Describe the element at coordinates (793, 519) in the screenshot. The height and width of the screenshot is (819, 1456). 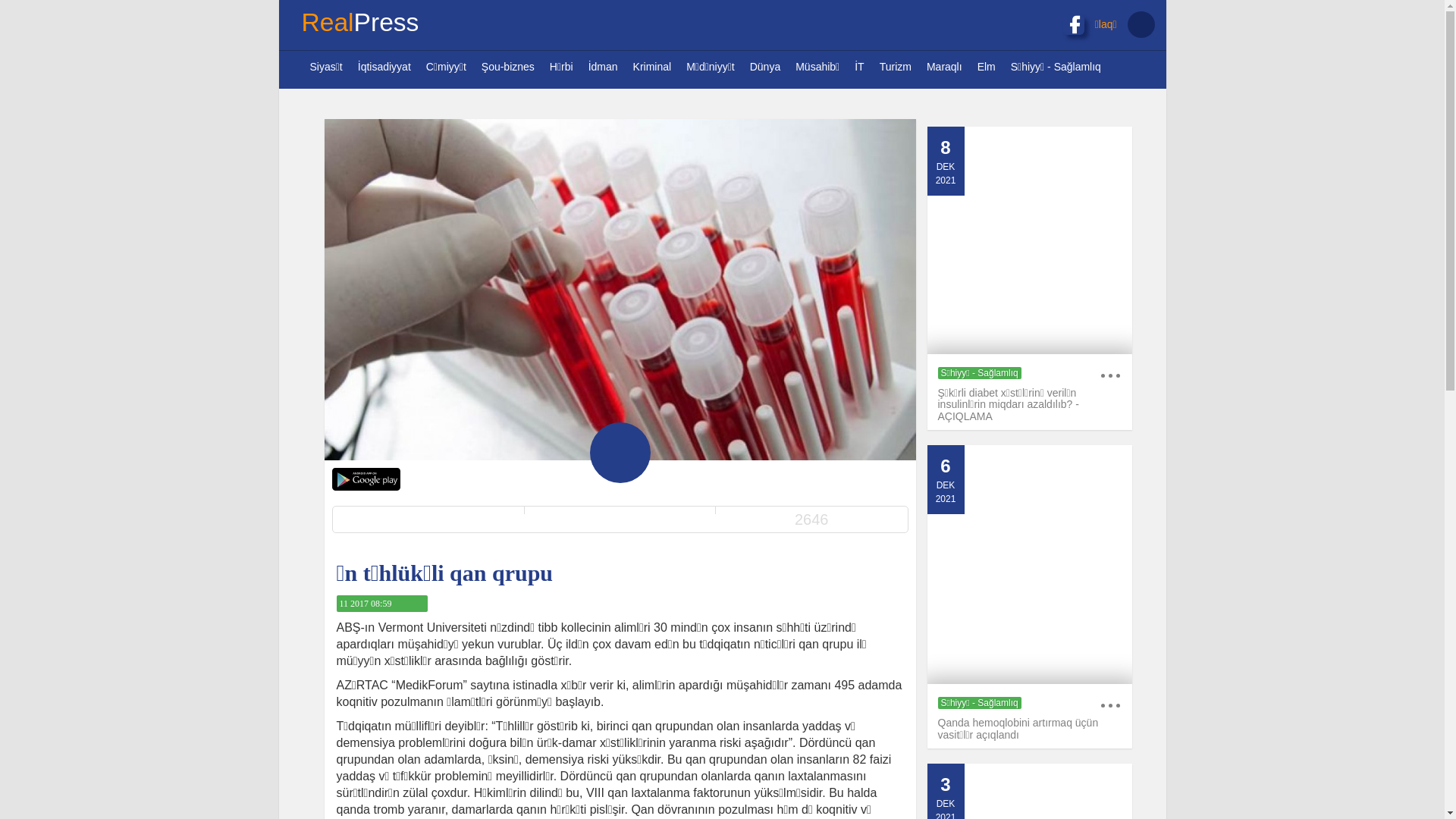
I see `'2646'` at that location.